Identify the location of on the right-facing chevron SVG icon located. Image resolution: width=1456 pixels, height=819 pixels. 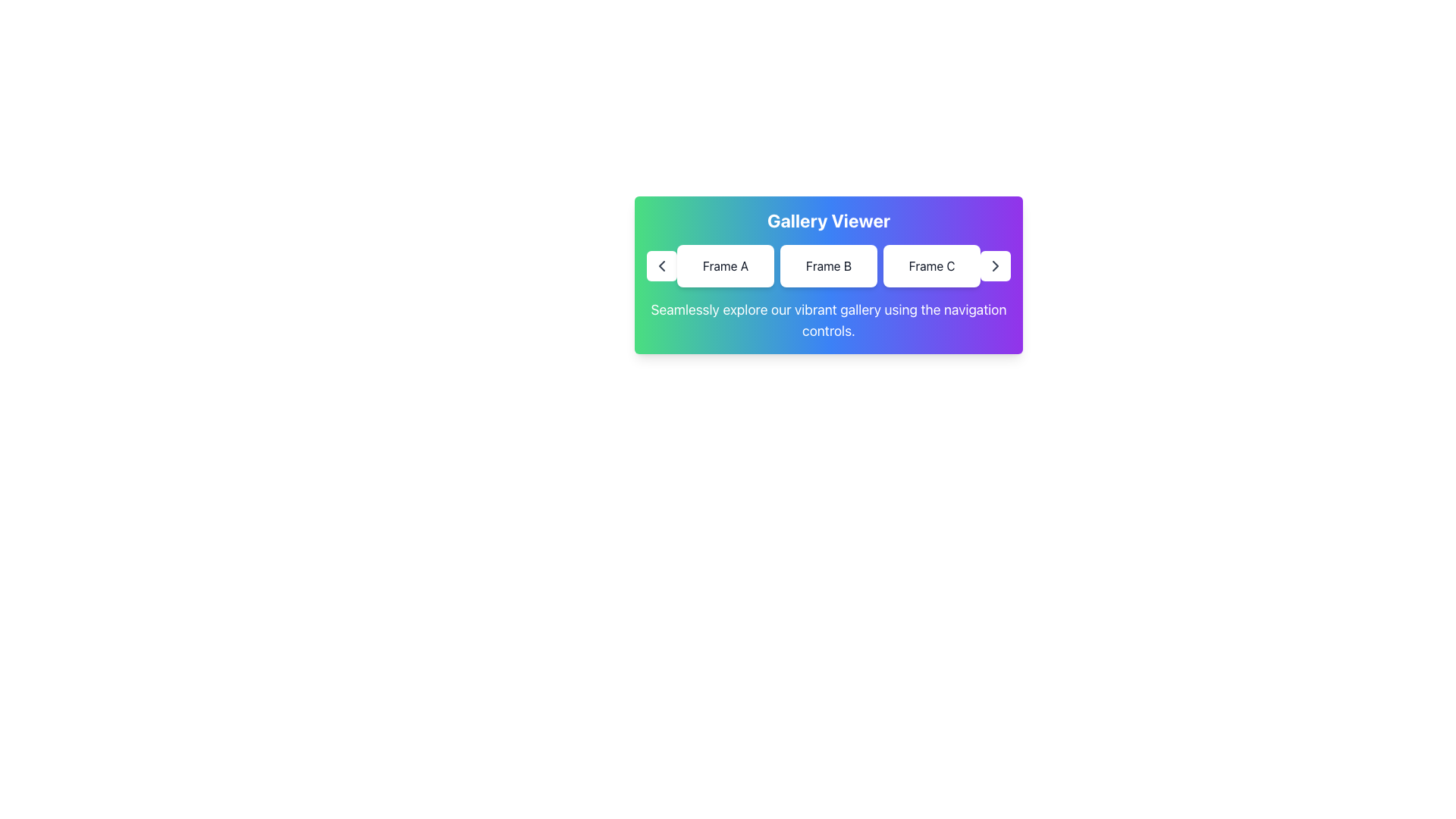
(996, 265).